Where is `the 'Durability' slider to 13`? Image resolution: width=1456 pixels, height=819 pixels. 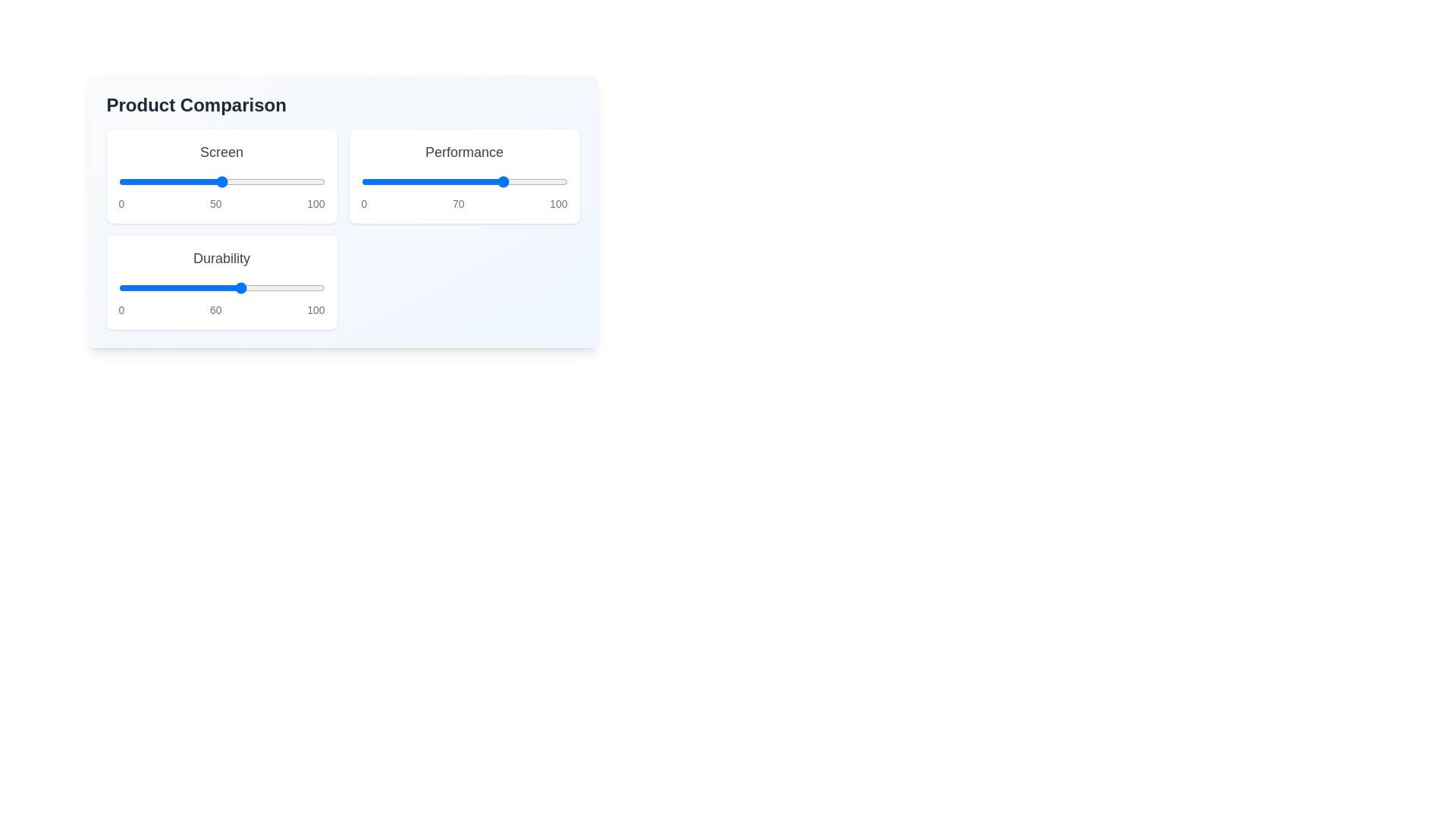 the 'Durability' slider to 13 is located at coordinates (145, 288).